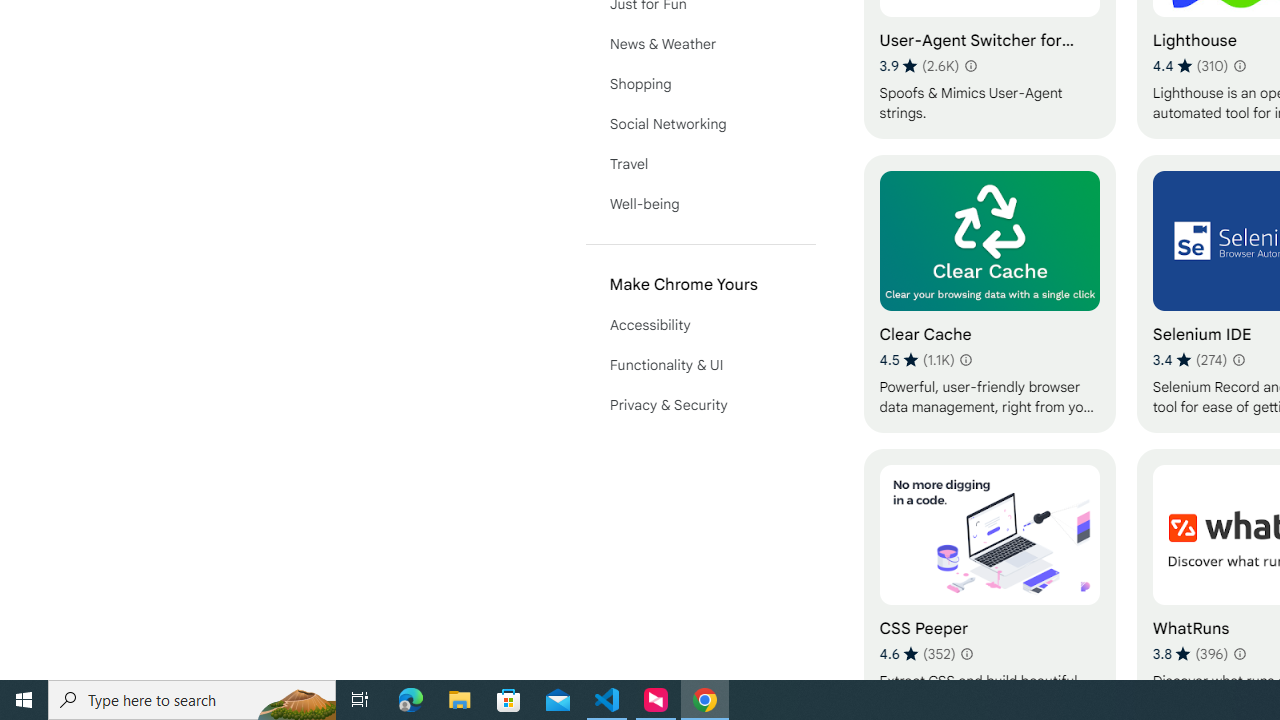 The width and height of the screenshot is (1280, 720). Describe the element at coordinates (700, 365) in the screenshot. I see `'Functionality & UI'` at that location.